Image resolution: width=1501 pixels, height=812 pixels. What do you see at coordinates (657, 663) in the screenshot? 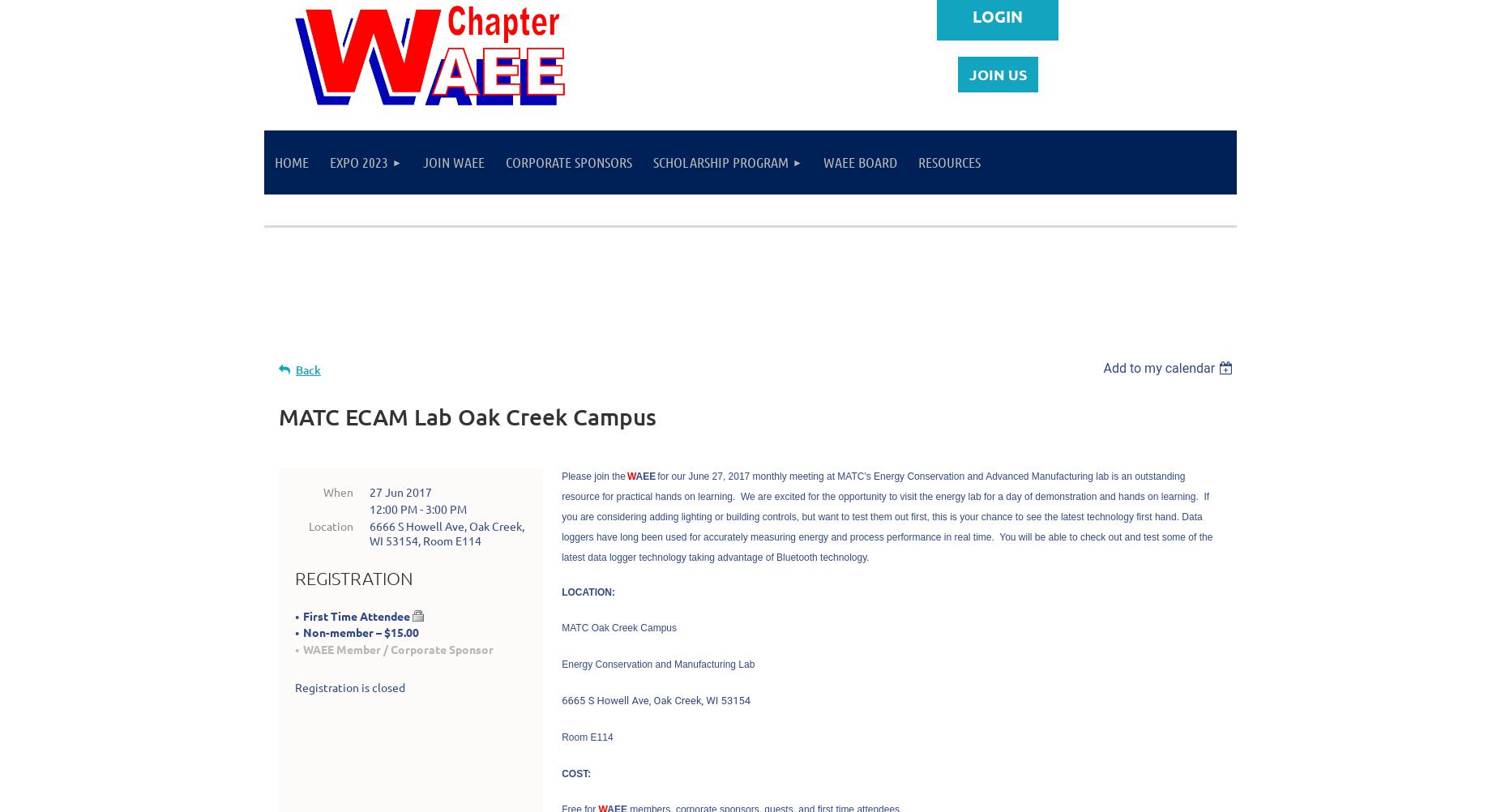
I see `'Energy Conservation and Manufacturing Lab'` at bounding box center [657, 663].